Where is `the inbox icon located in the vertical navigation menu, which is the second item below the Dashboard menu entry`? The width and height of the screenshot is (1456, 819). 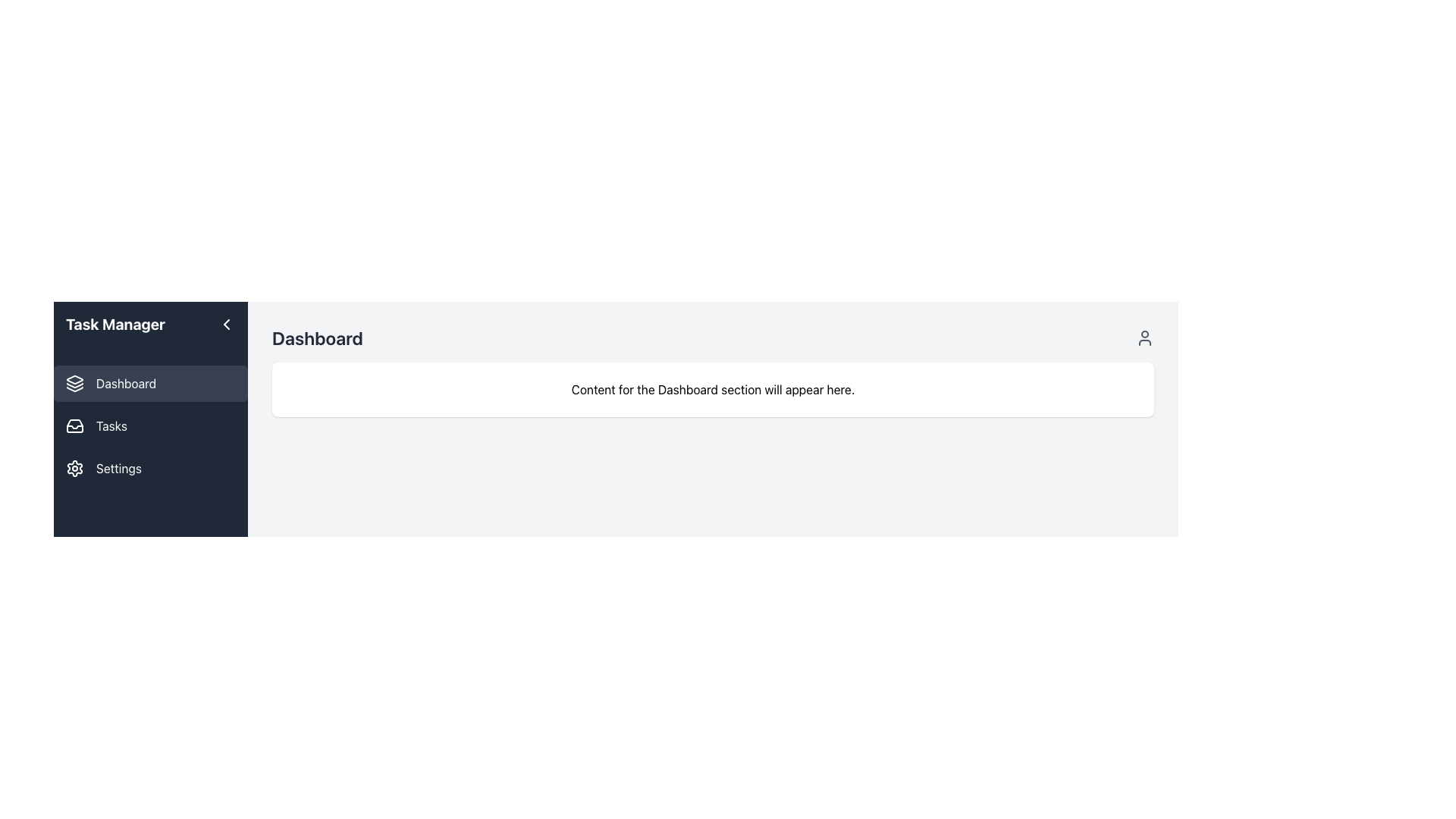 the inbox icon located in the vertical navigation menu, which is the second item below the Dashboard menu entry is located at coordinates (74, 426).